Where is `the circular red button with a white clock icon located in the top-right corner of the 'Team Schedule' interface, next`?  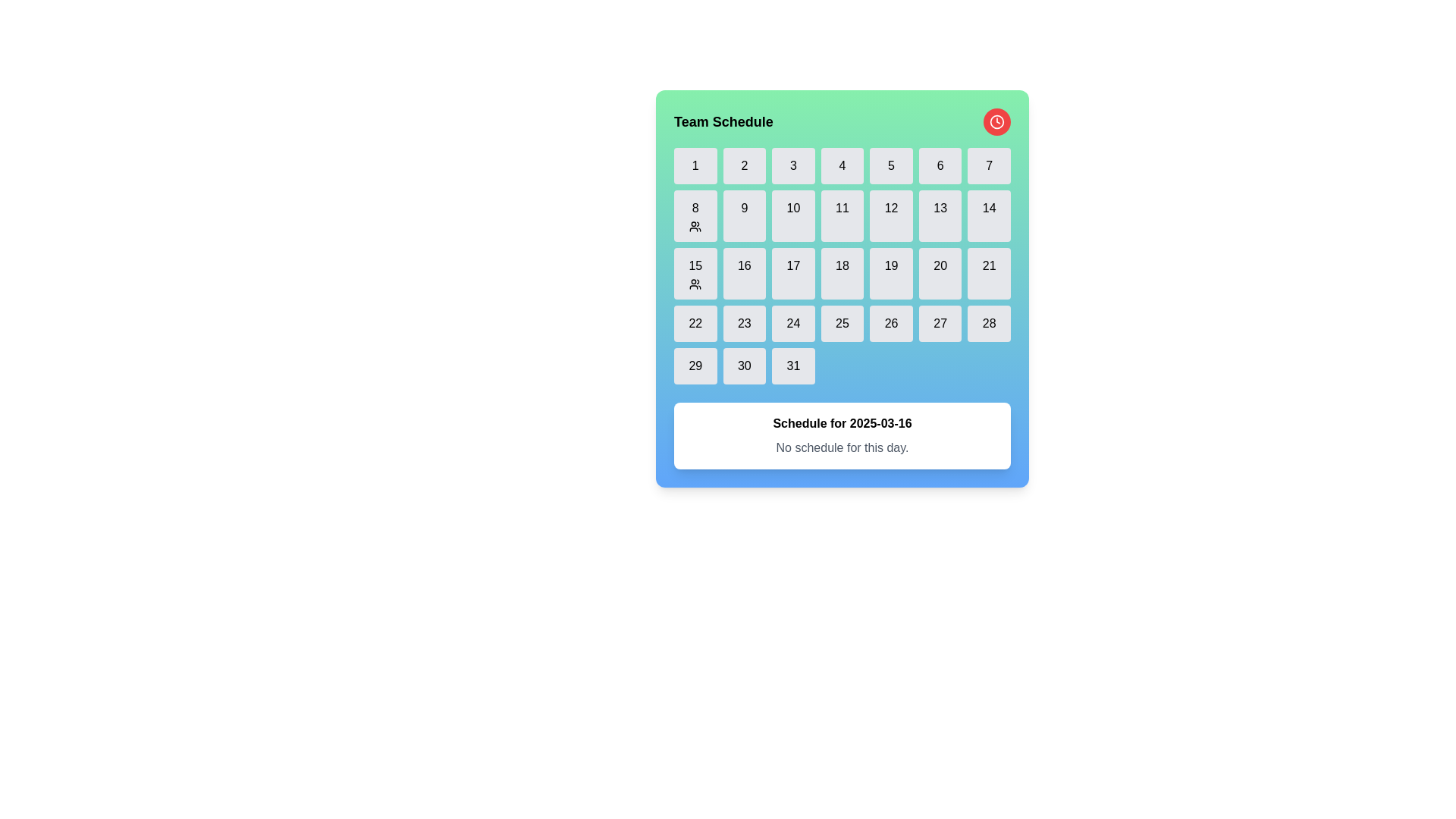 the circular red button with a white clock icon located in the top-right corner of the 'Team Schedule' interface, next is located at coordinates (997, 121).